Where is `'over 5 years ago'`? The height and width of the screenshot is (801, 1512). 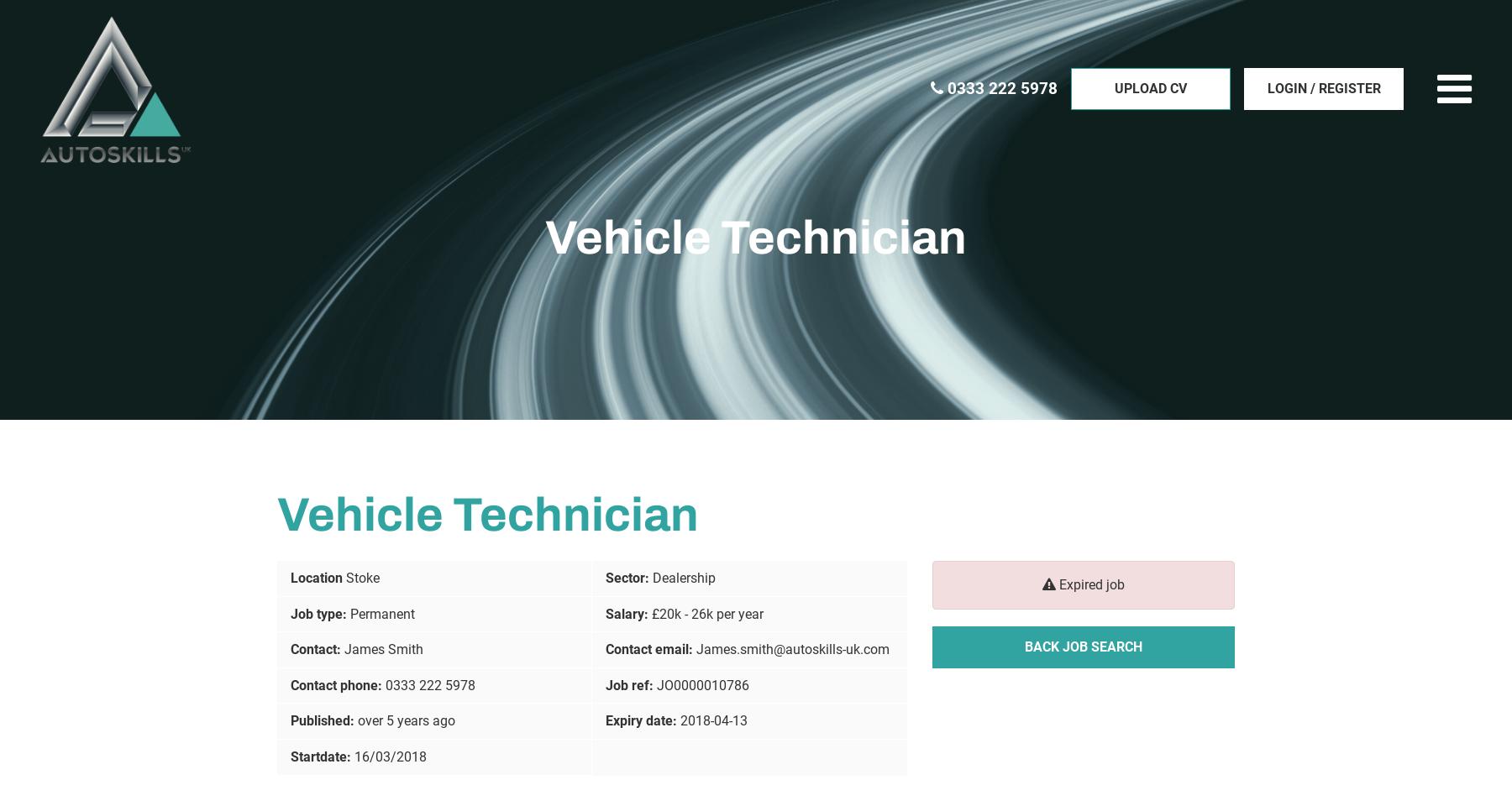
'over 5 years ago' is located at coordinates (406, 720).